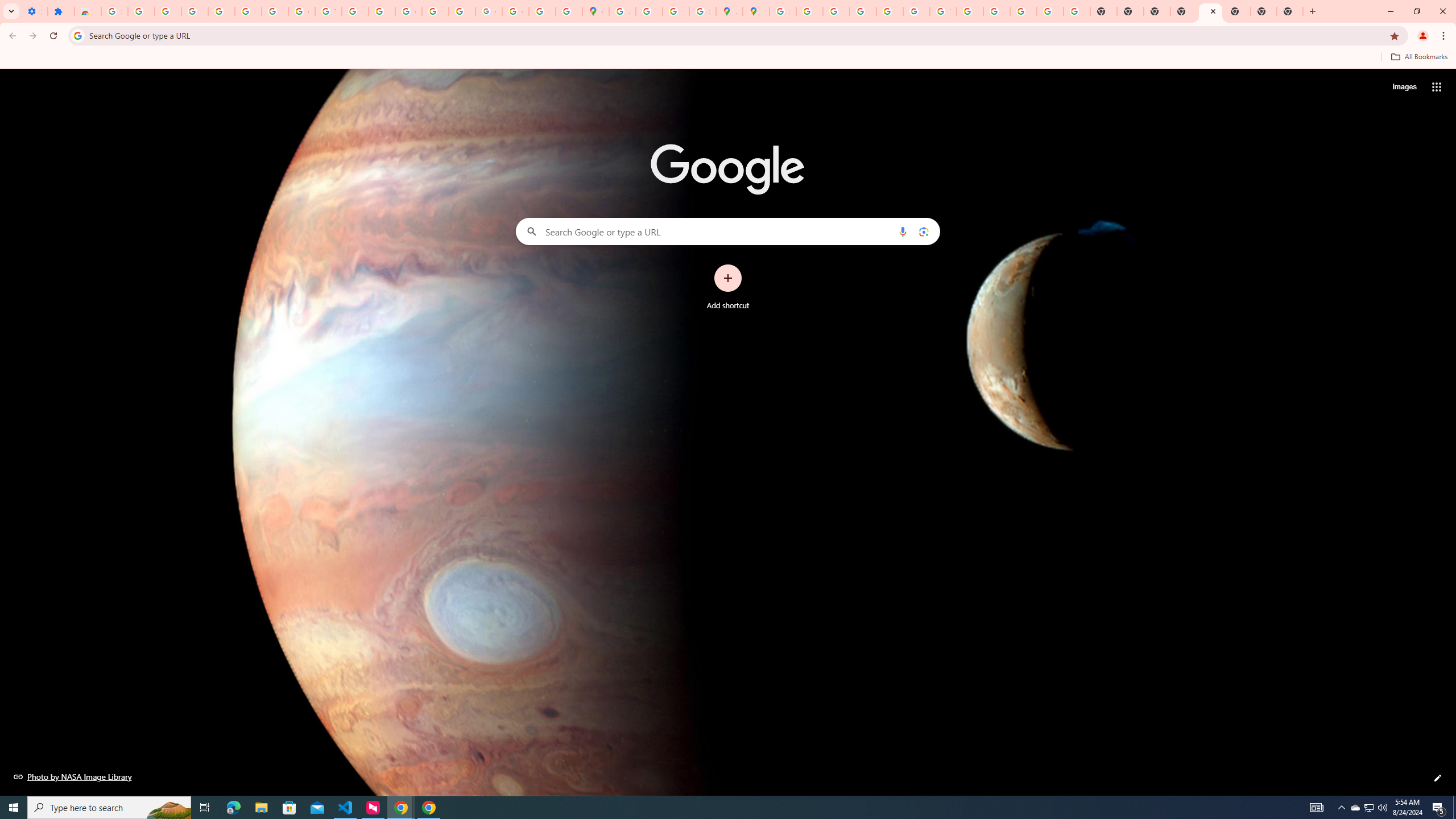 This screenshot has height=819, width=1456. I want to click on 'Sign in - Google Accounts', so click(113, 11).